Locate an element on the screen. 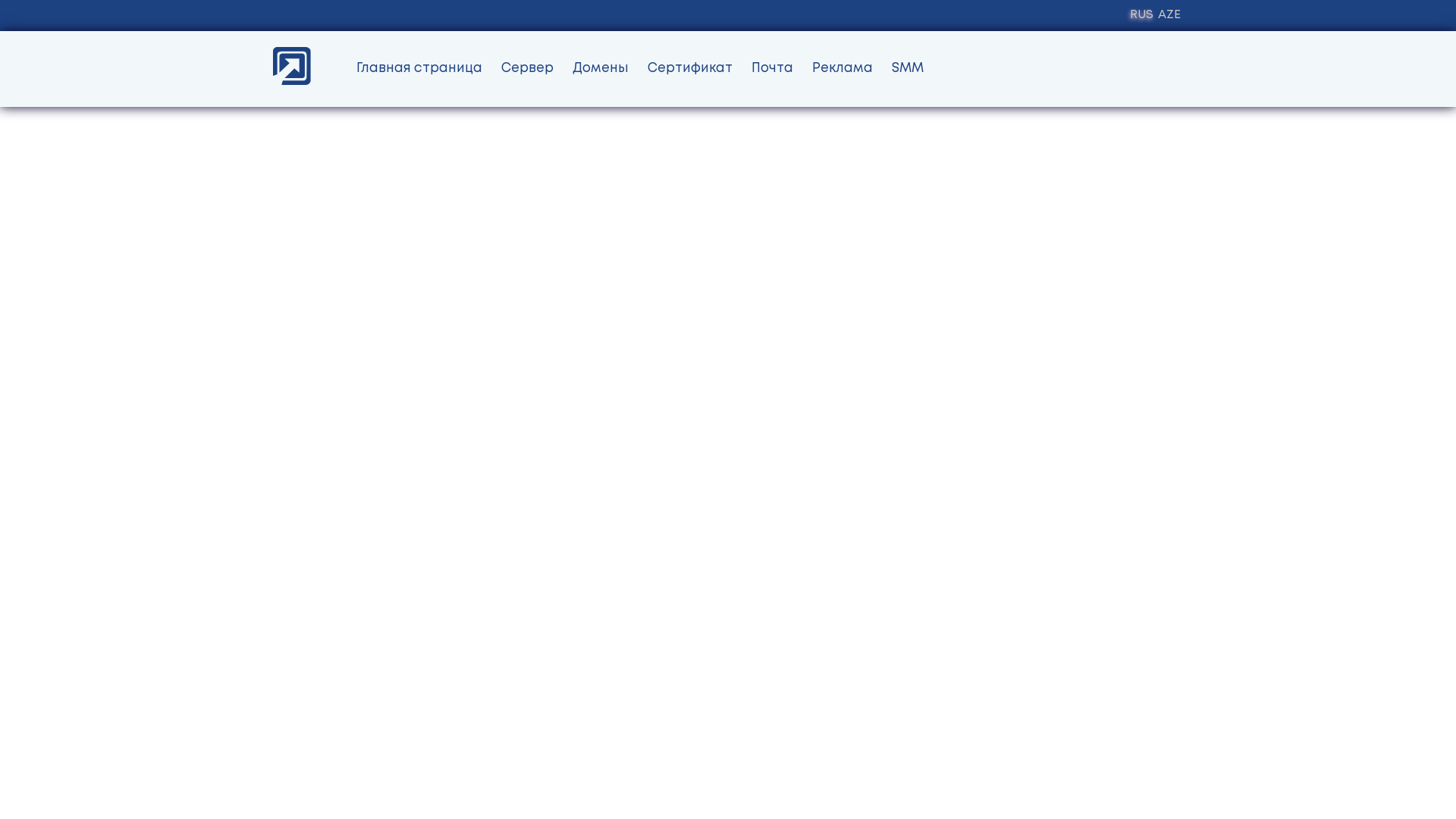 Image resolution: width=1456 pixels, height=819 pixels. 'SMM' is located at coordinates (892, 69).